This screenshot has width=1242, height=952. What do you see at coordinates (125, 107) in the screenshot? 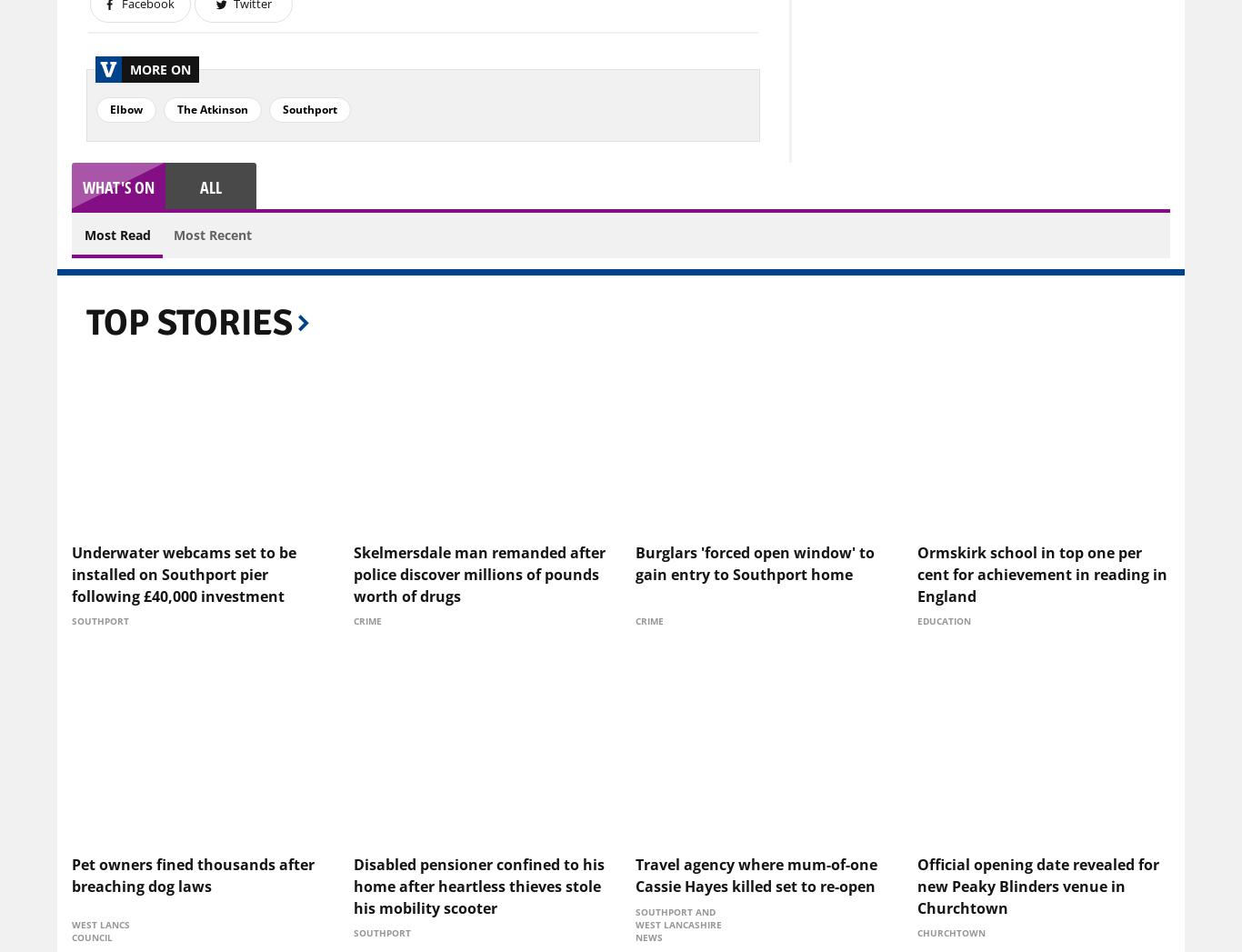
I see `'Elbow'` at bounding box center [125, 107].